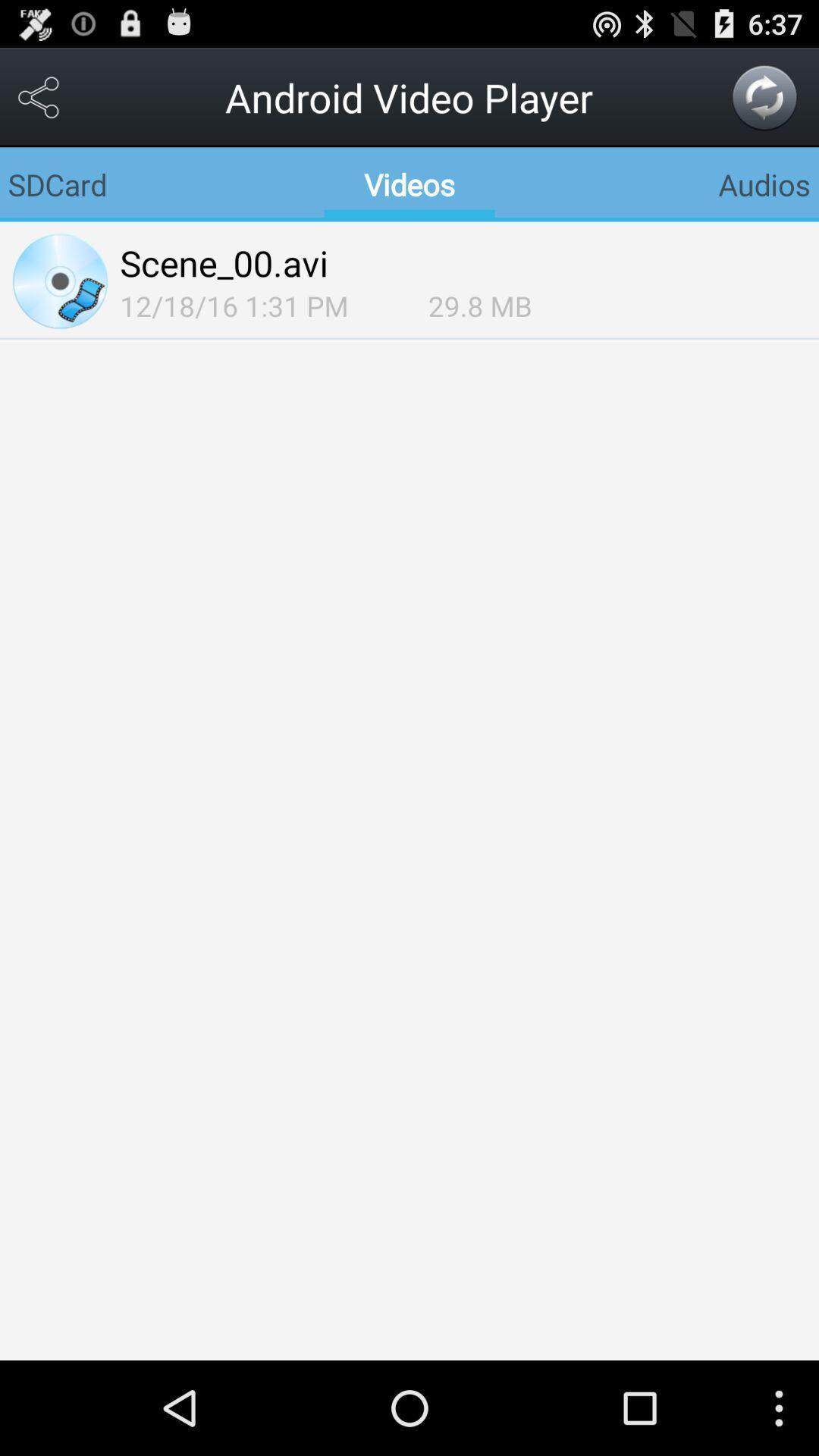 This screenshot has height=1456, width=819. Describe the element at coordinates (764, 103) in the screenshot. I see `the refresh icon` at that location.